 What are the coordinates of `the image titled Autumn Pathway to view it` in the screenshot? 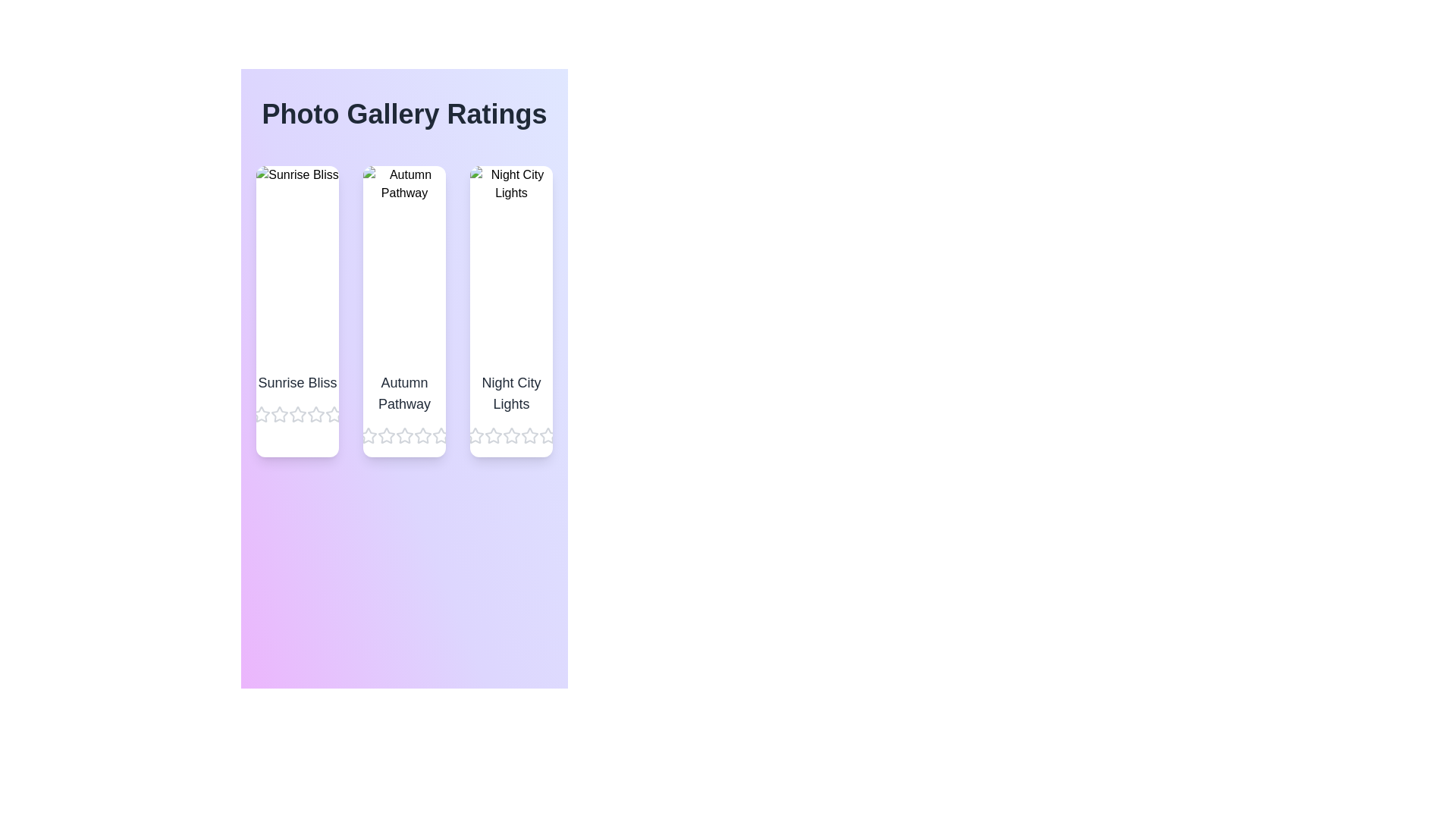 It's located at (404, 262).